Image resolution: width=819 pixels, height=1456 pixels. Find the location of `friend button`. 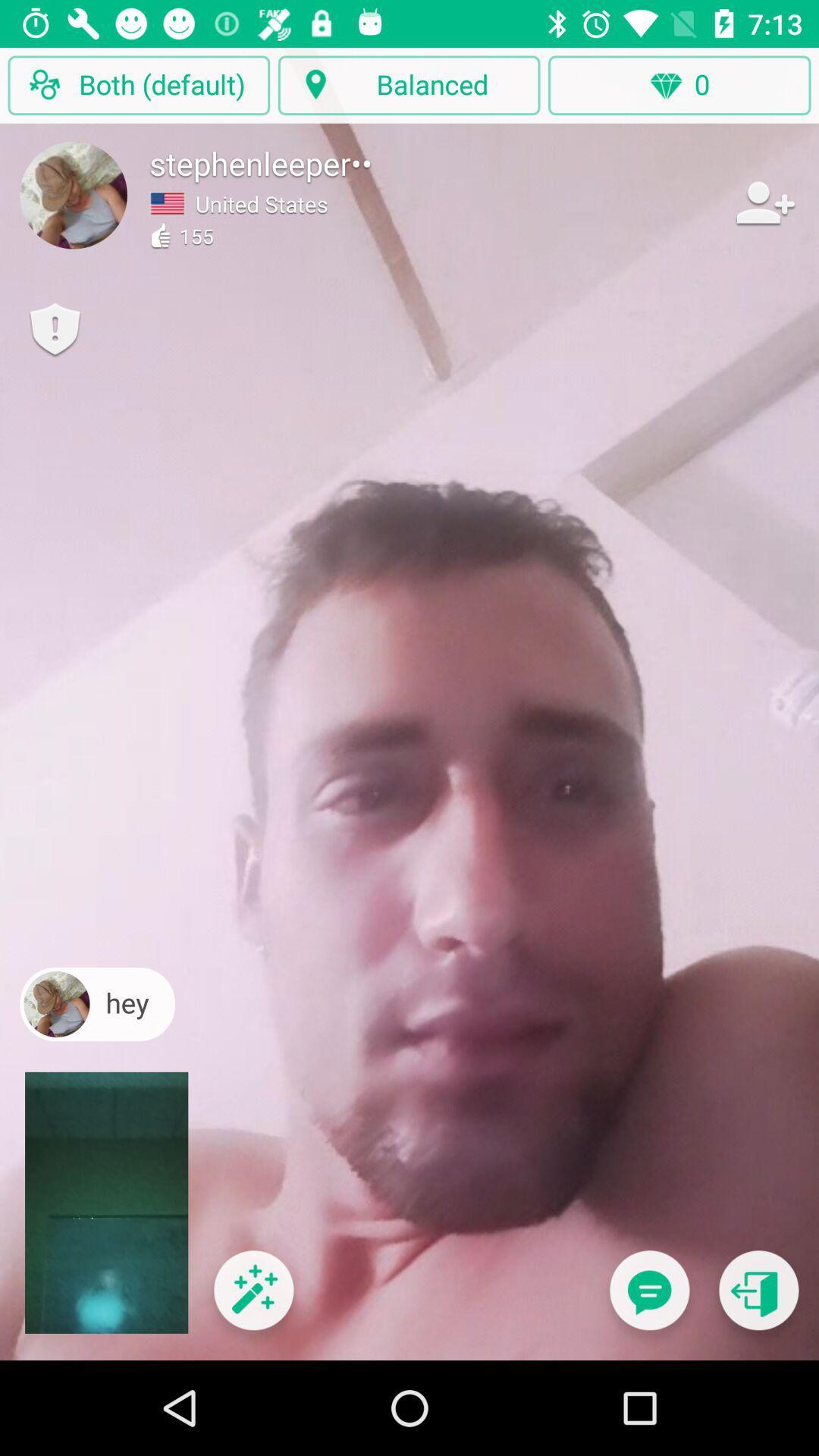

friend button is located at coordinates (764, 202).